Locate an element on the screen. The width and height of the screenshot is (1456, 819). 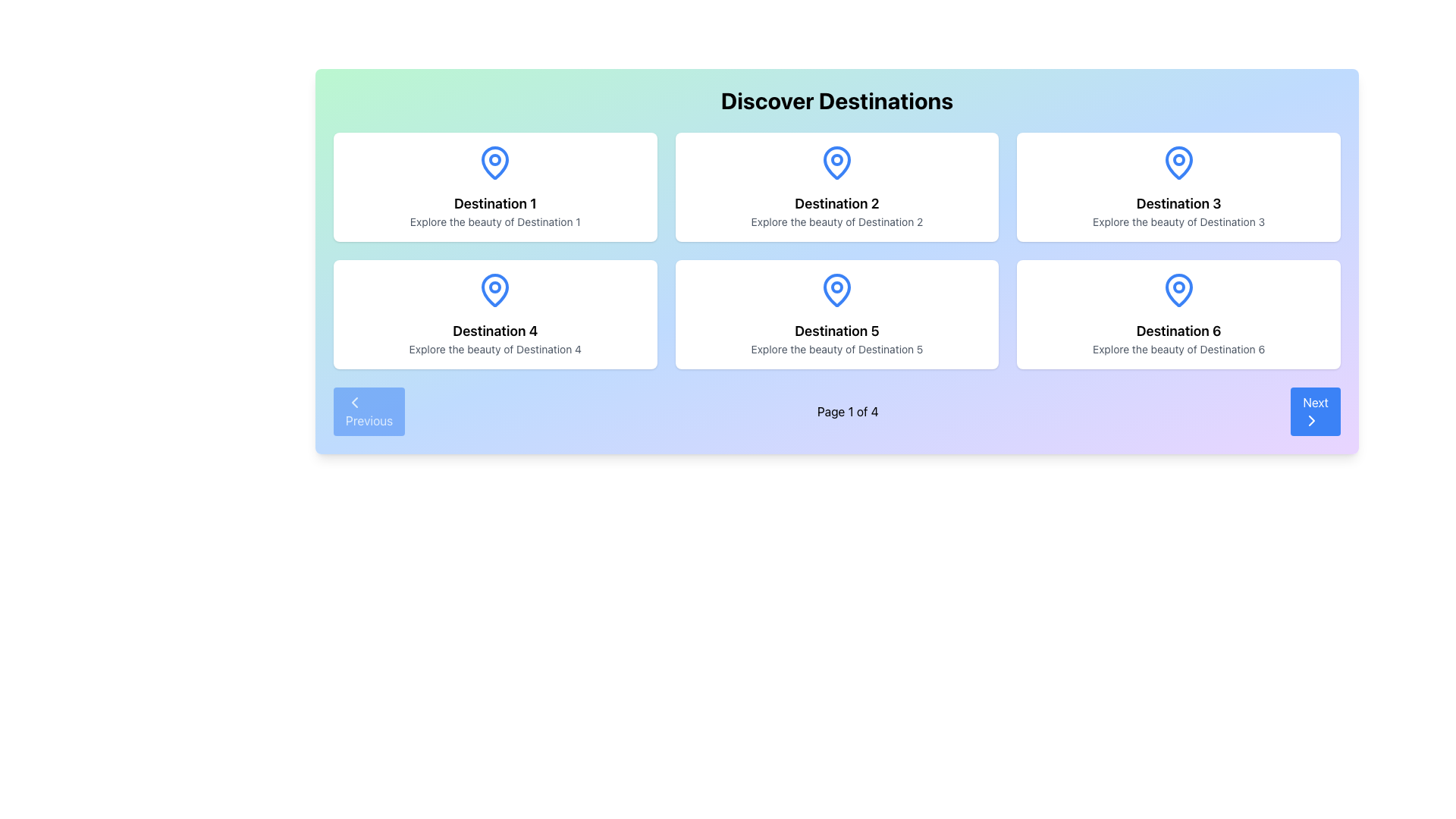
the decorative circular shape of the map pin icon associated with the 'Destination 6' card, located at the bottom-right of the grid is located at coordinates (1178, 287).